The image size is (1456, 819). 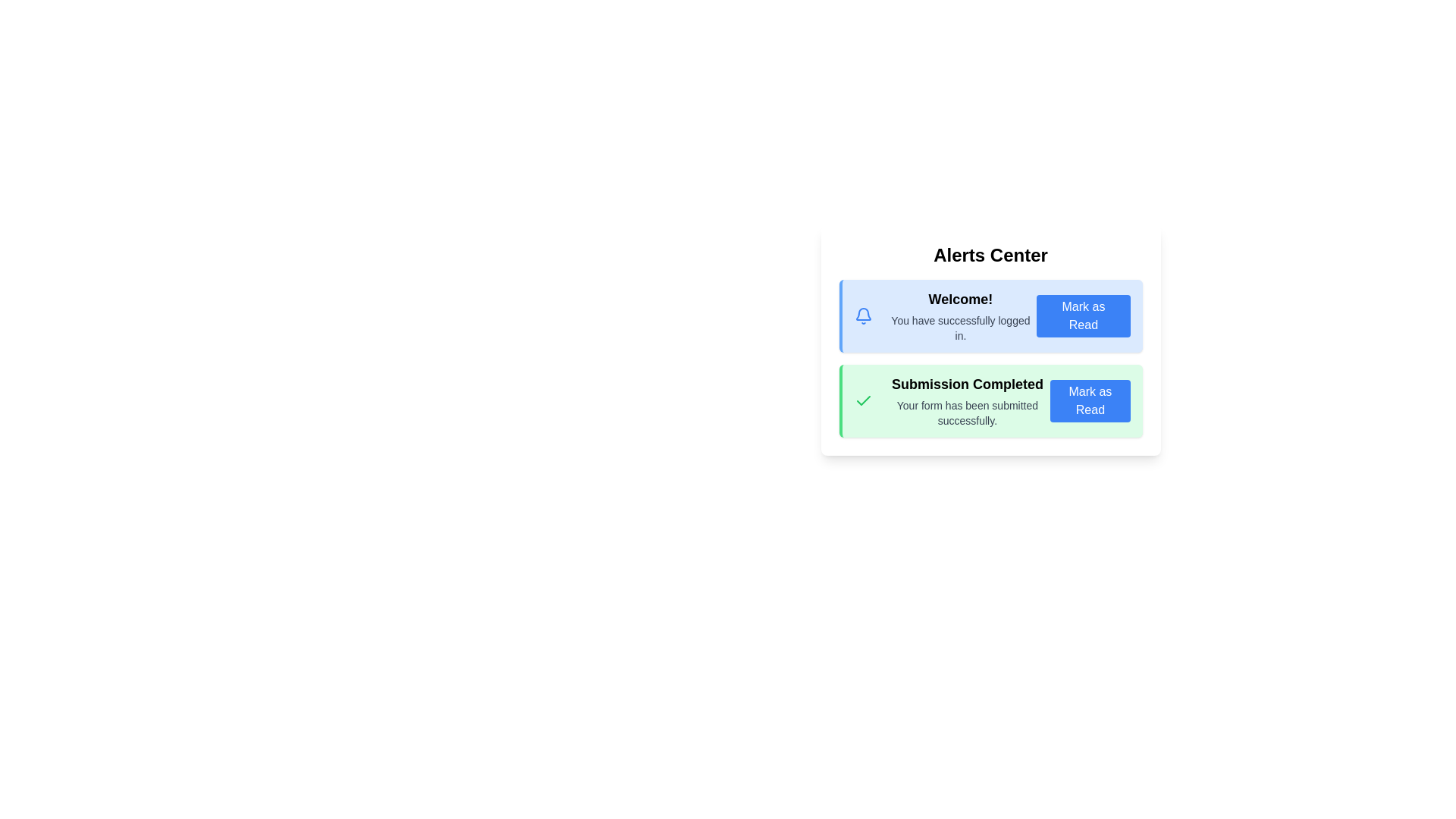 I want to click on the green check mark icon in the Notification card indicating 'Submission Completed' for visual confirmation, so click(x=992, y=400).